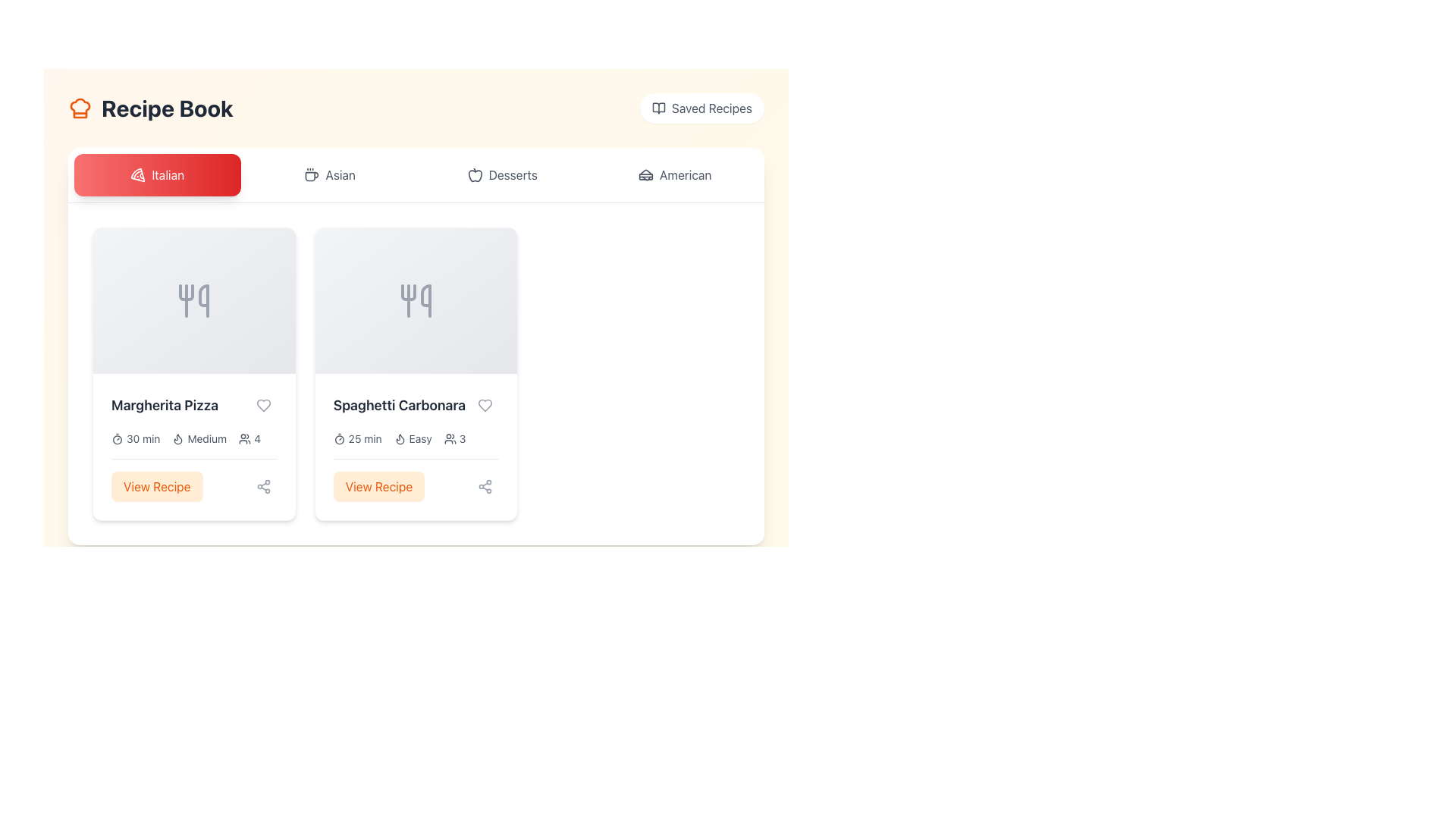  I want to click on the share icon button, which is a small light-gray icon resembling a share symbol with three connected circles, located at the bottom-right corner of the 'Spaghetti Carbonara' recipe card, so click(485, 486).